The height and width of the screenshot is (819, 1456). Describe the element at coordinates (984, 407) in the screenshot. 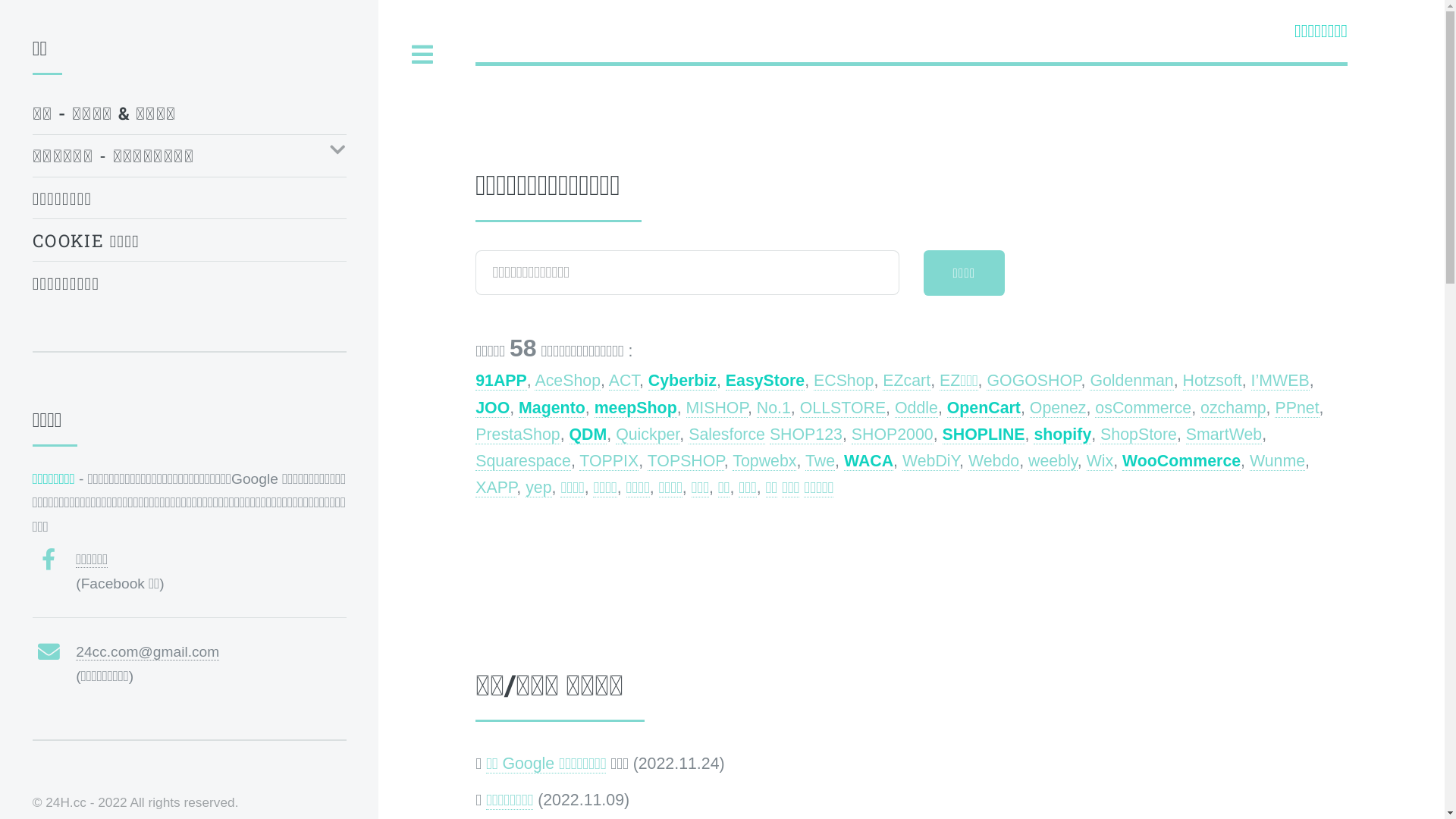

I see `'OpenCart'` at that location.